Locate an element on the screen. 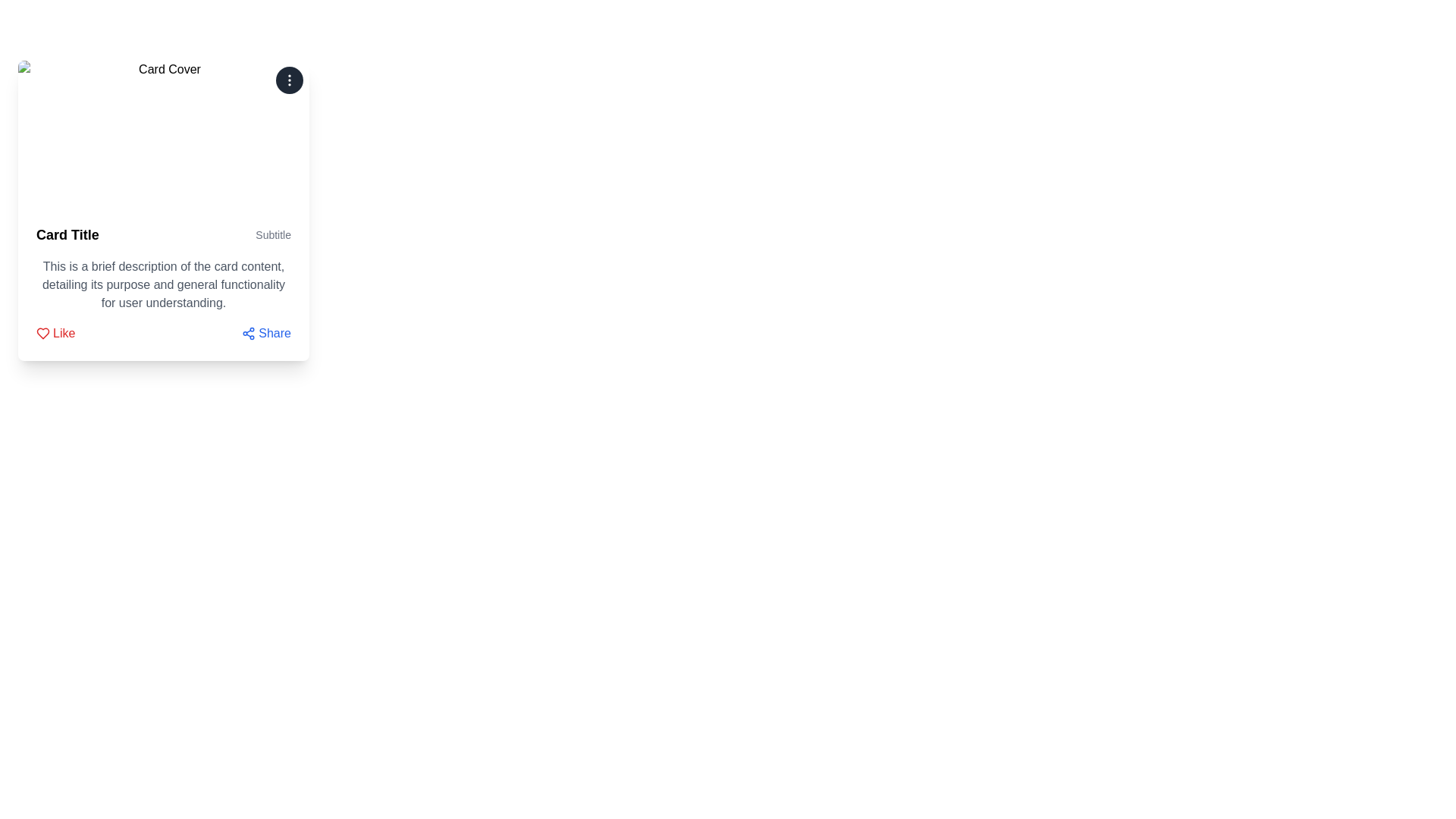  the blue text label reading 'Share' located in the lower right corner of the card-like interface, adjacent to the share icon is located at coordinates (275, 332).